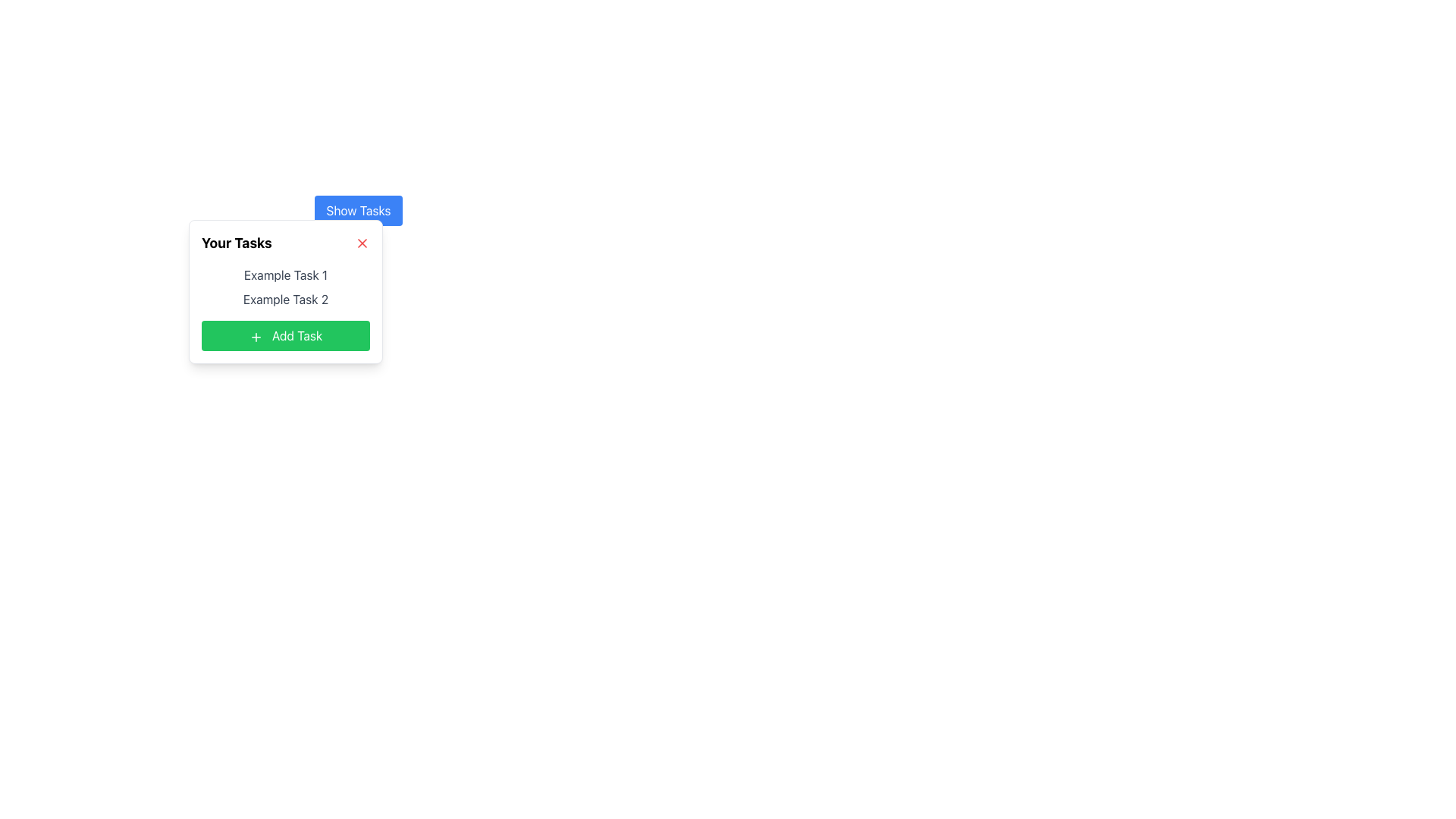  What do you see at coordinates (256, 336) in the screenshot?
I see `the '+' icon located at the top-left corner of the 'Add Task' button, which visually indicates the addition of items or tasks` at bounding box center [256, 336].